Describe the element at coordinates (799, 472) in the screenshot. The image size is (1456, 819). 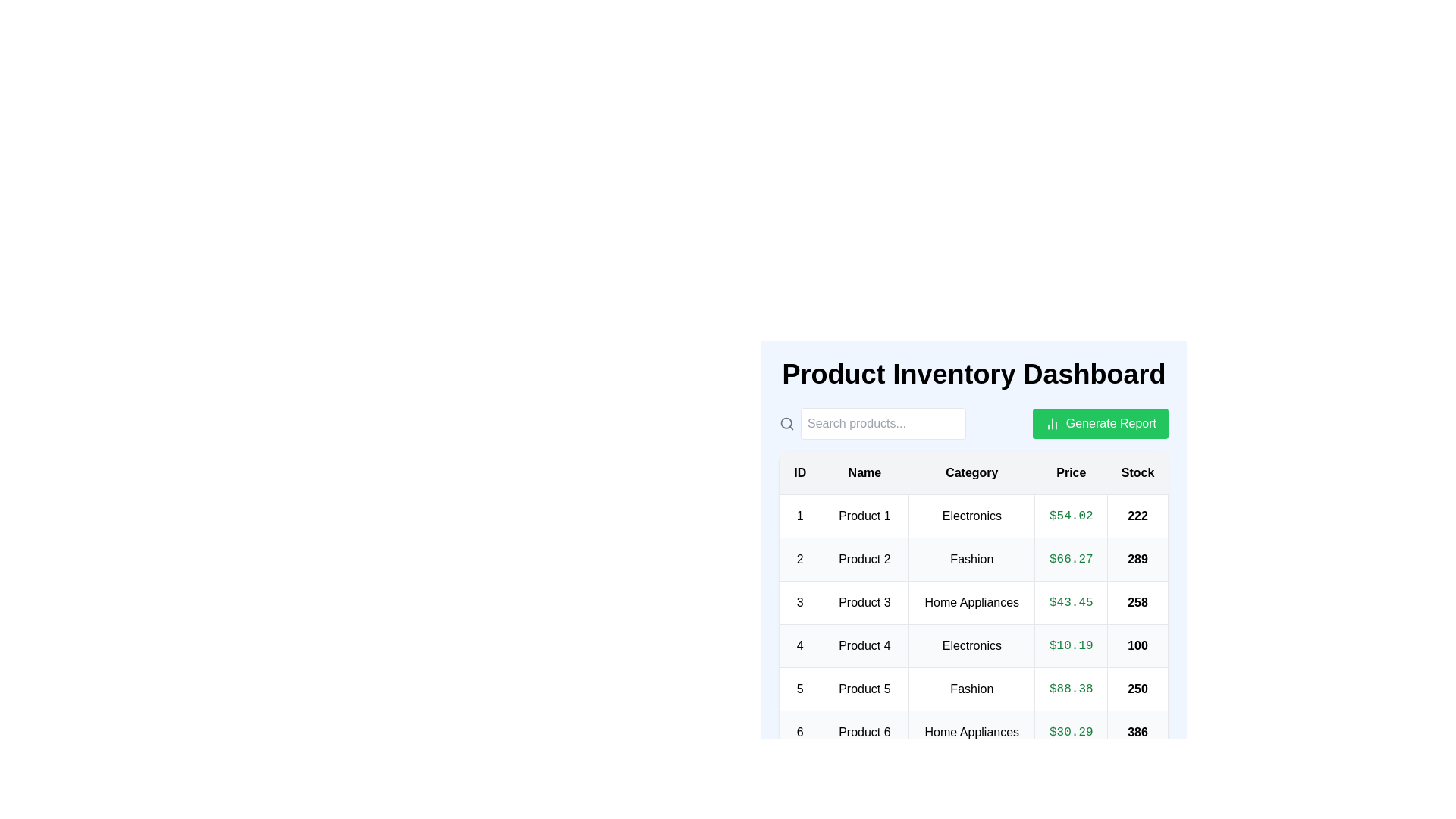
I see `the header of the column ID to sort the table by that column` at that location.